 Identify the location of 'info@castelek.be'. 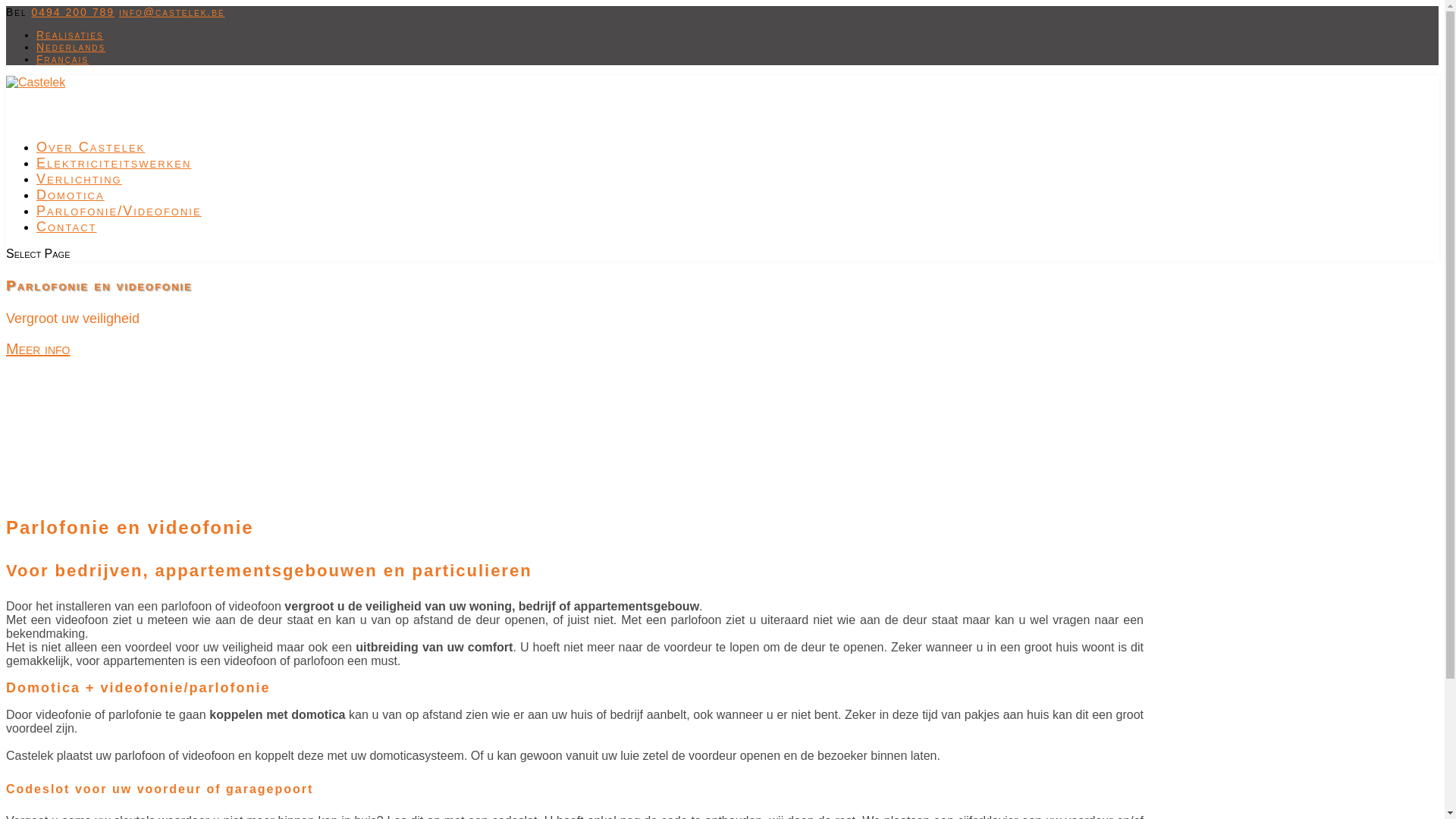
(118, 11).